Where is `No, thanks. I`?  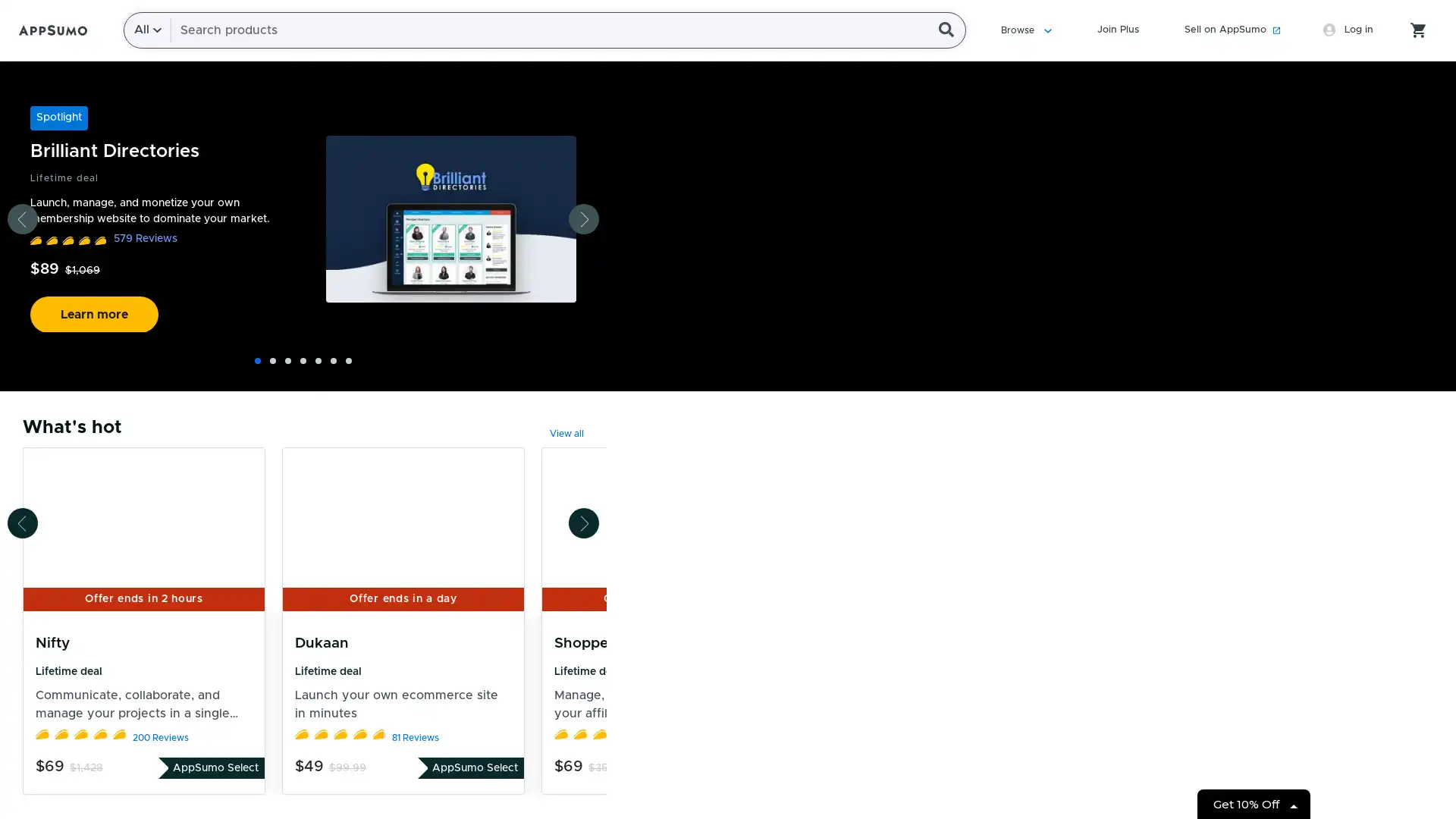 No, thanks. I is located at coordinates (731, 406).